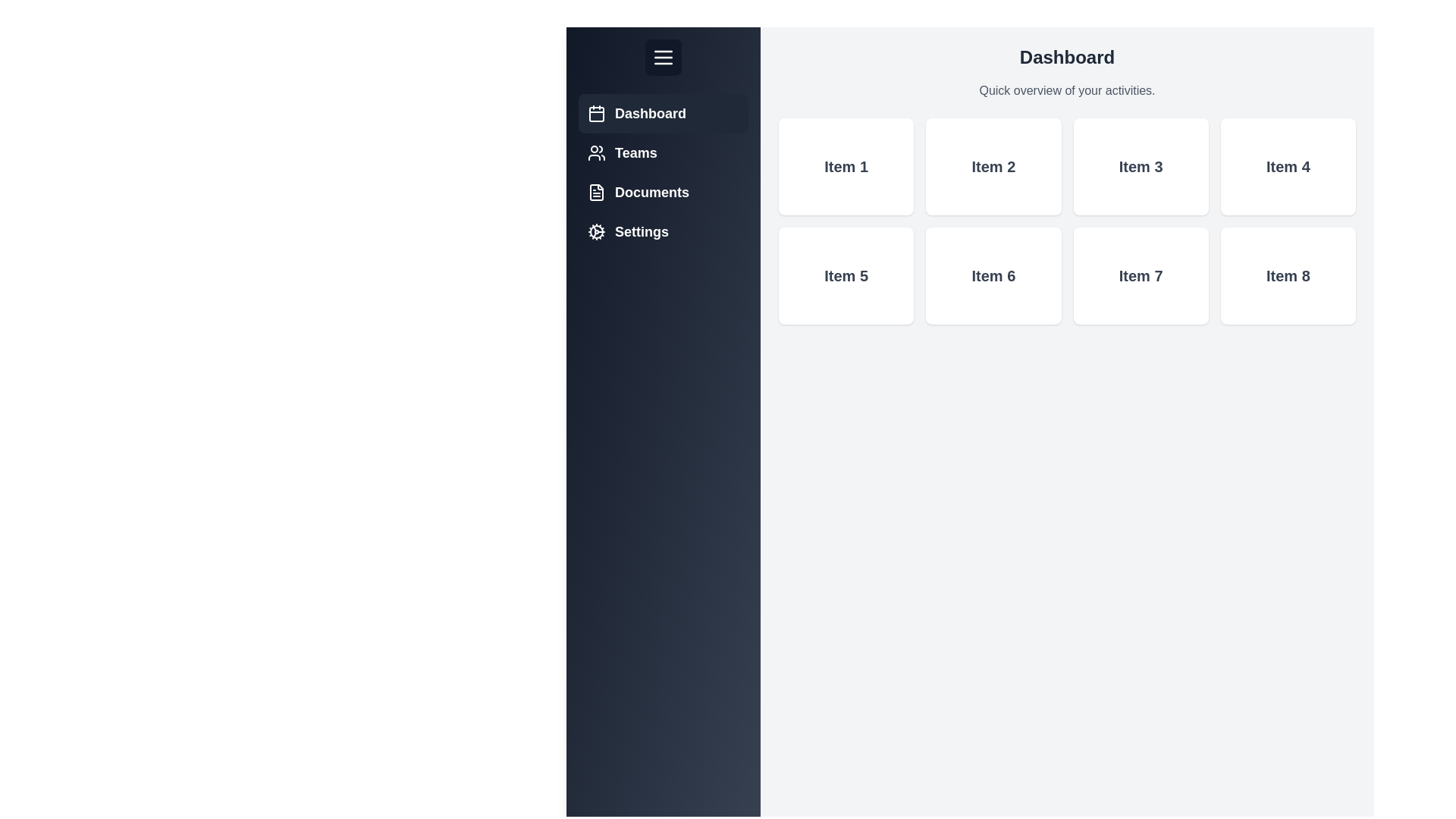  What do you see at coordinates (663, 231) in the screenshot?
I see `the Settings tab from the sidebar menu` at bounding box center [663, 231].